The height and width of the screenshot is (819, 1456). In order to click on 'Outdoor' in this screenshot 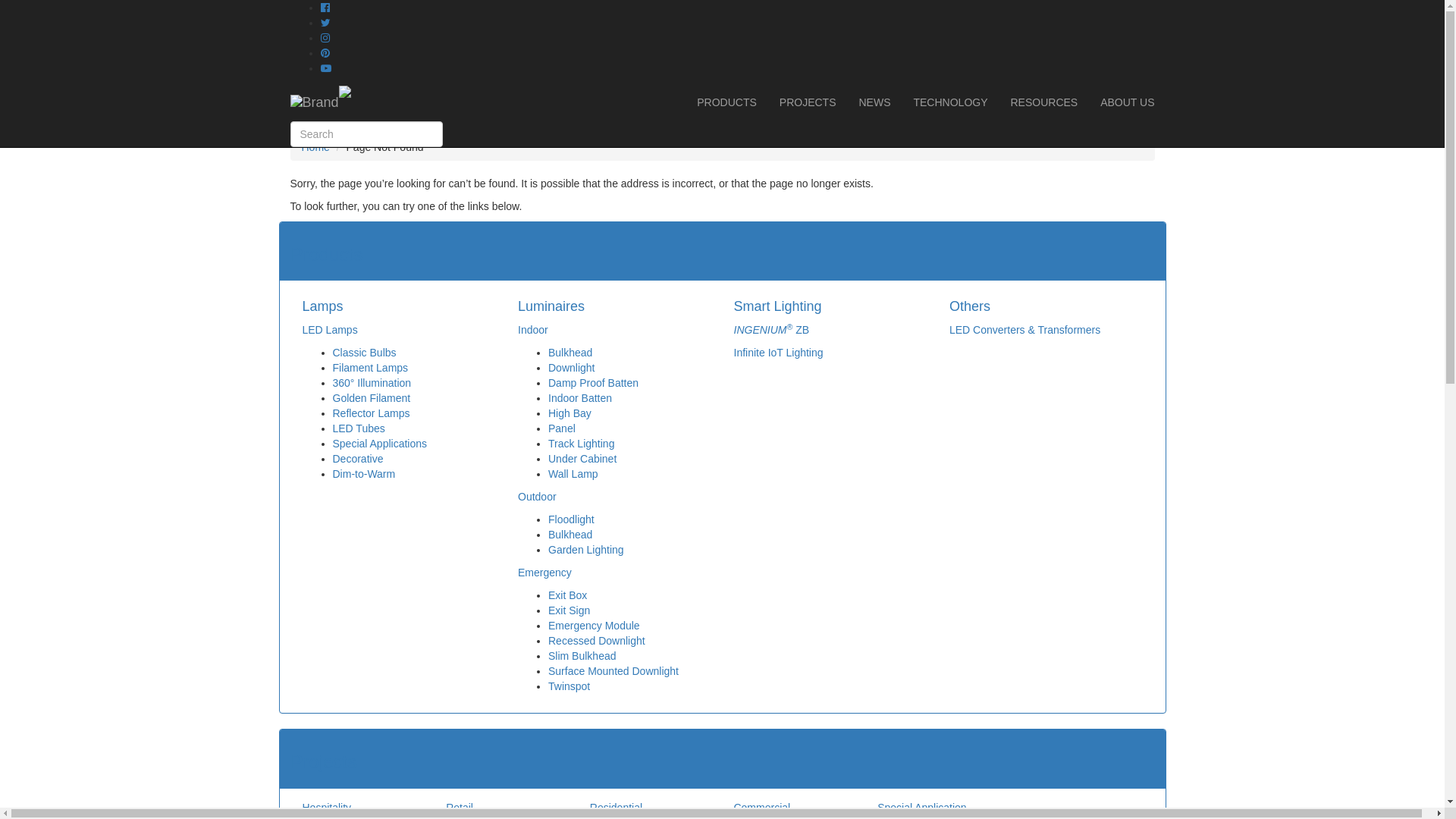, I will do `click(537, 497)`.